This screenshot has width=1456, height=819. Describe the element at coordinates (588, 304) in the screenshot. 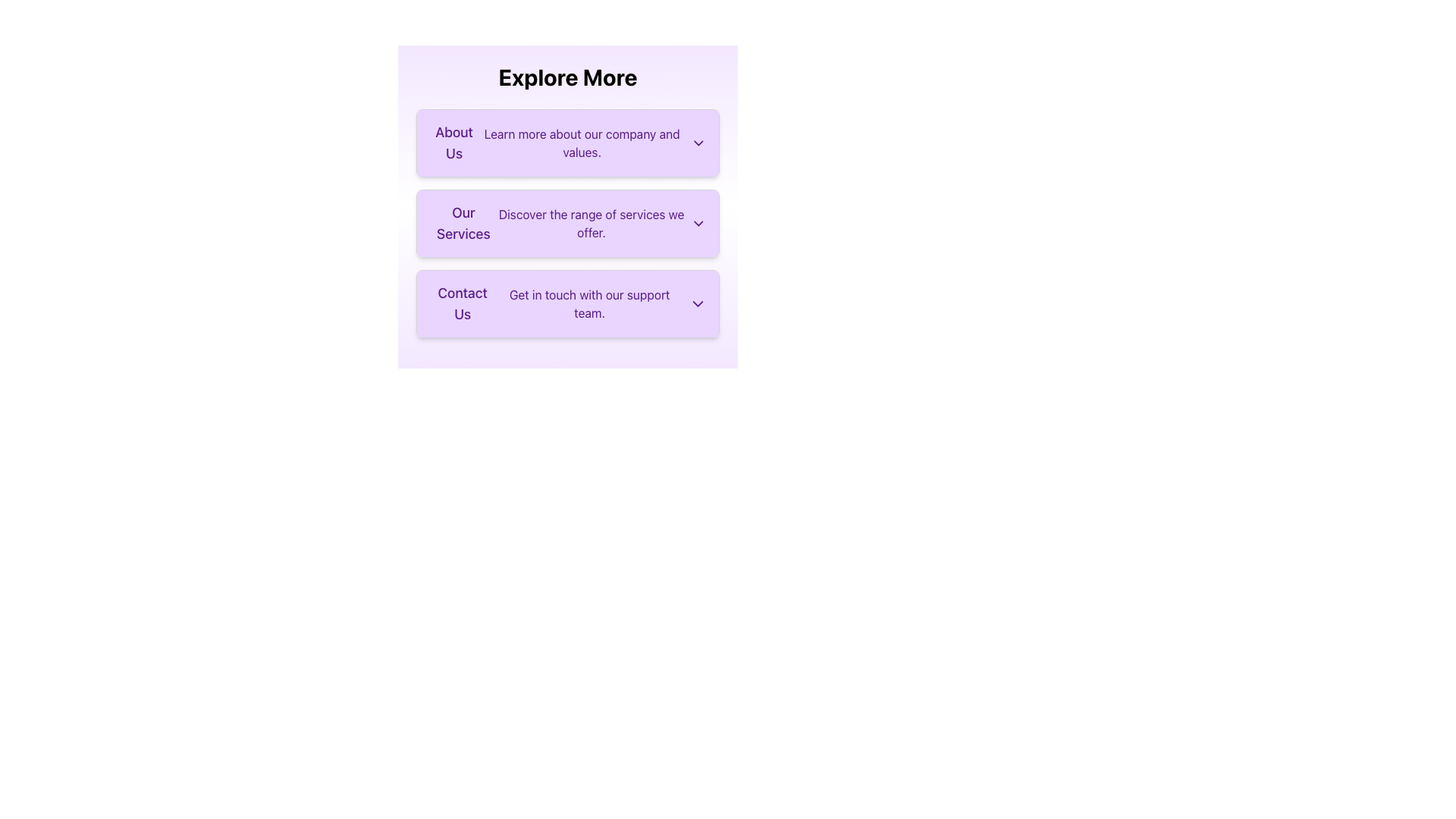

I see `the text component containing the phrase 'Get in touch with our support team.' which is styled with a purple font and located within the 'Contact Us' section` at that location.